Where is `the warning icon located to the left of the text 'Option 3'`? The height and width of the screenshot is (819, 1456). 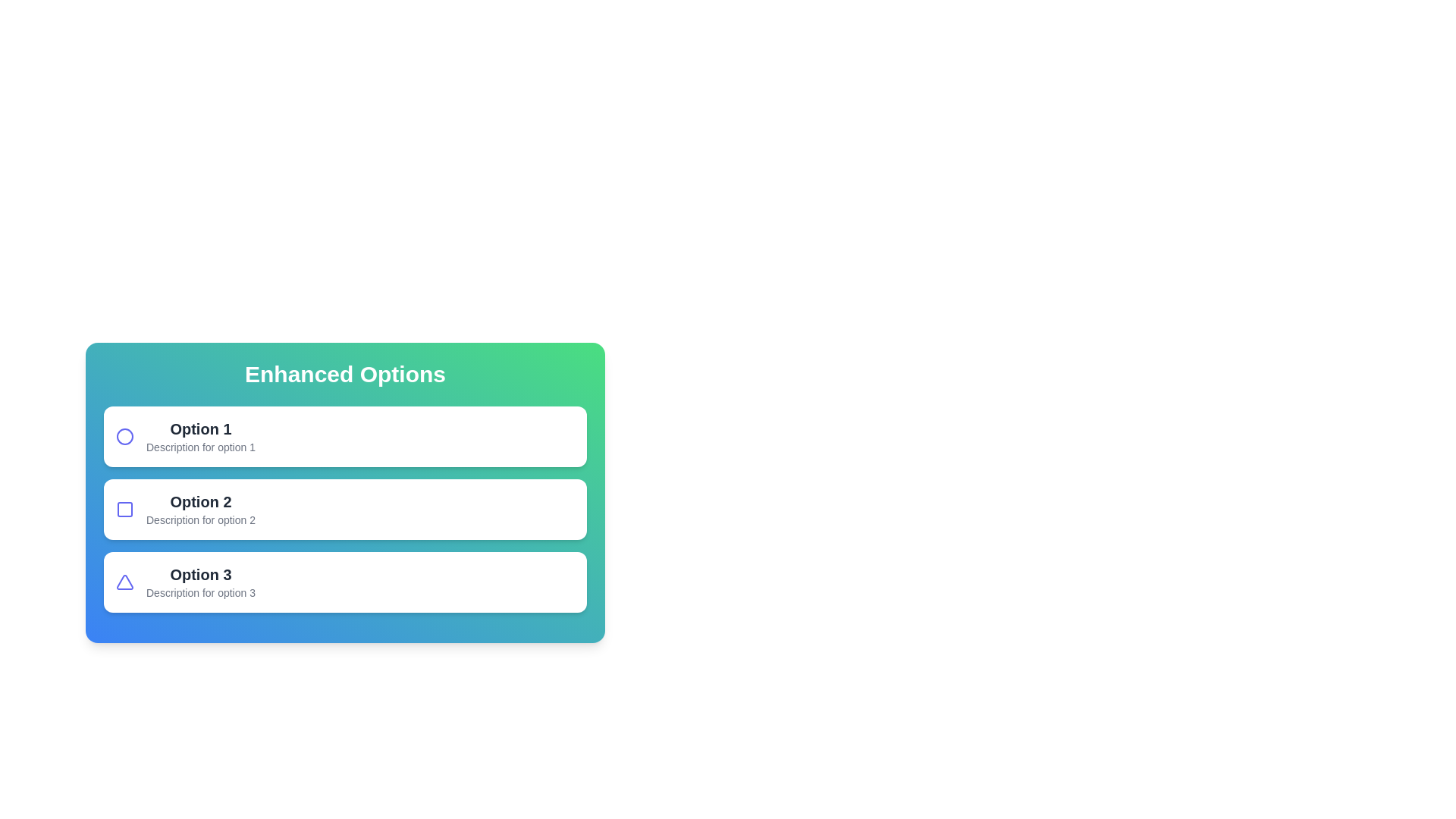
the warning icon located to the left of the text 'Option 3' is located at coordinates (124, 581).